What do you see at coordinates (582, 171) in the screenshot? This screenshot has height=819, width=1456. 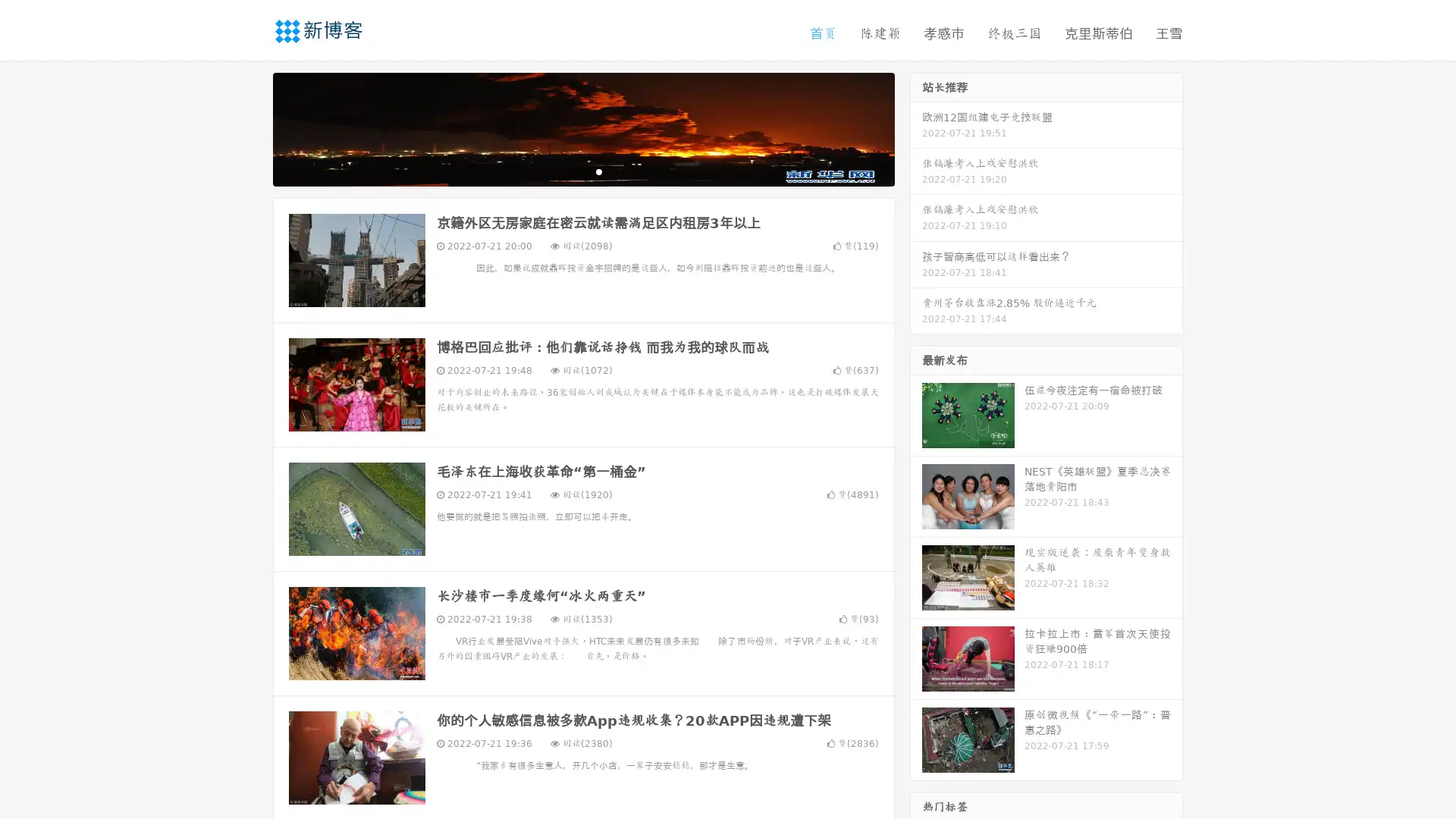 I see `Go to slide 2` at bounding box center [582, 171].